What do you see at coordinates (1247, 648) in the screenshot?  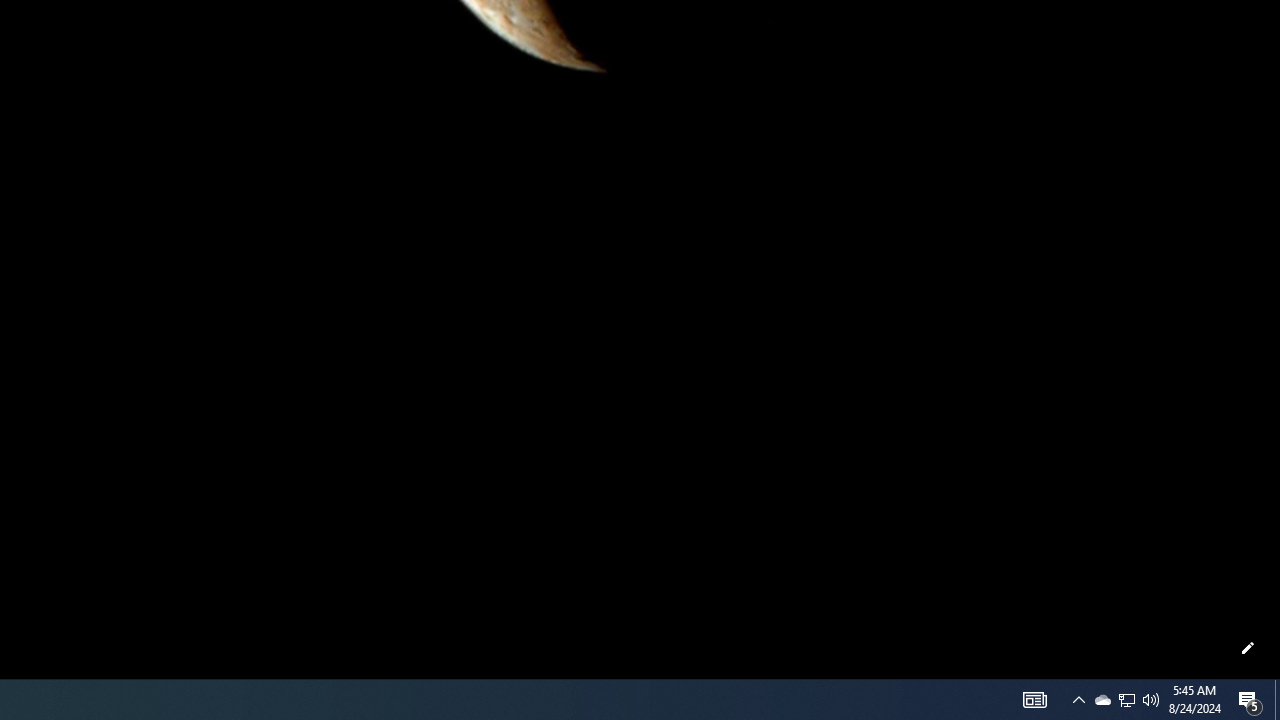 I see `'Customize this page'` at bounding box center [1247, 648].